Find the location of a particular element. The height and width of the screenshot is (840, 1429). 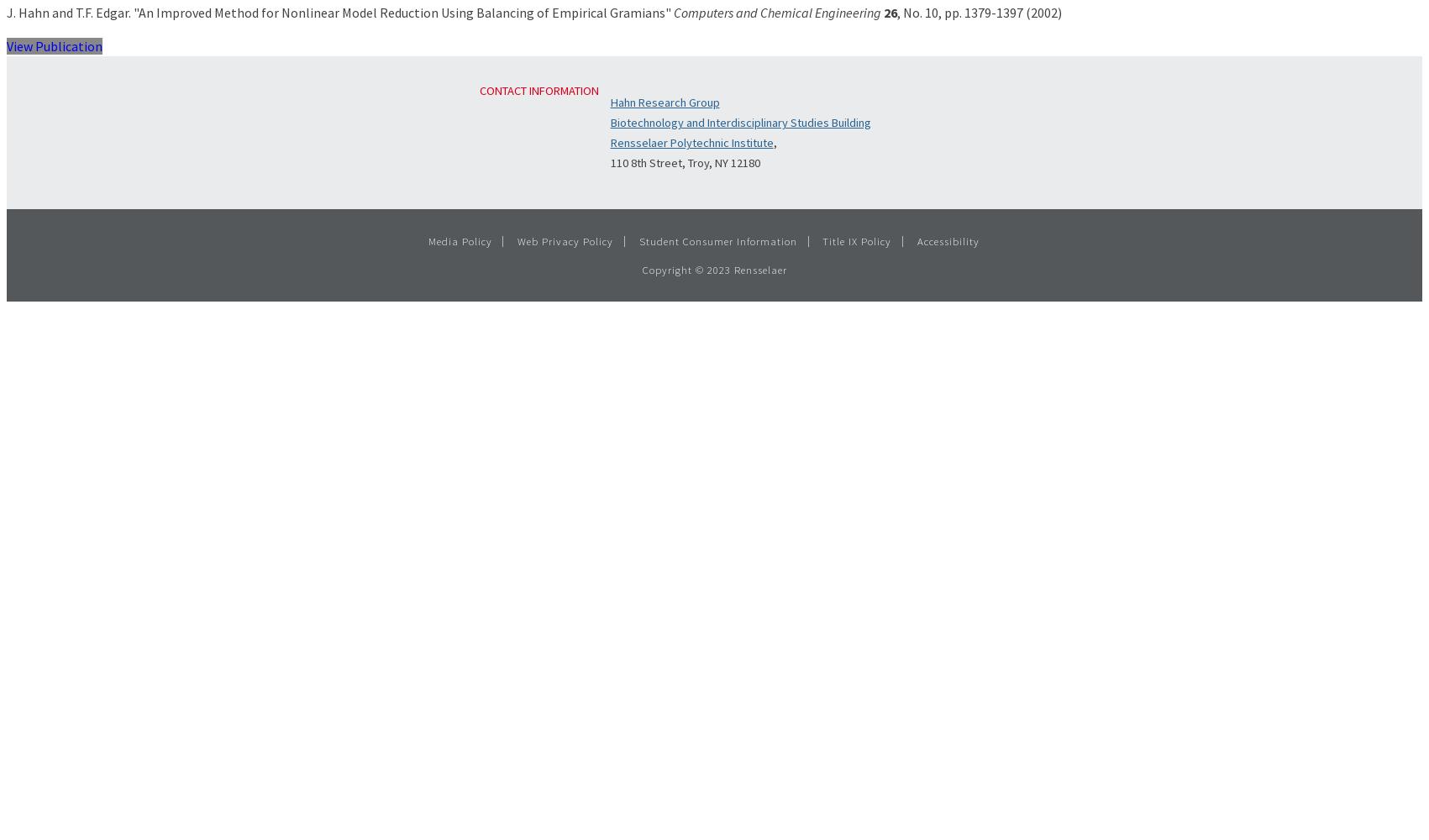

', No. 10, pp. 1379-1397 (2002)' is located at coordinates (979, 12).